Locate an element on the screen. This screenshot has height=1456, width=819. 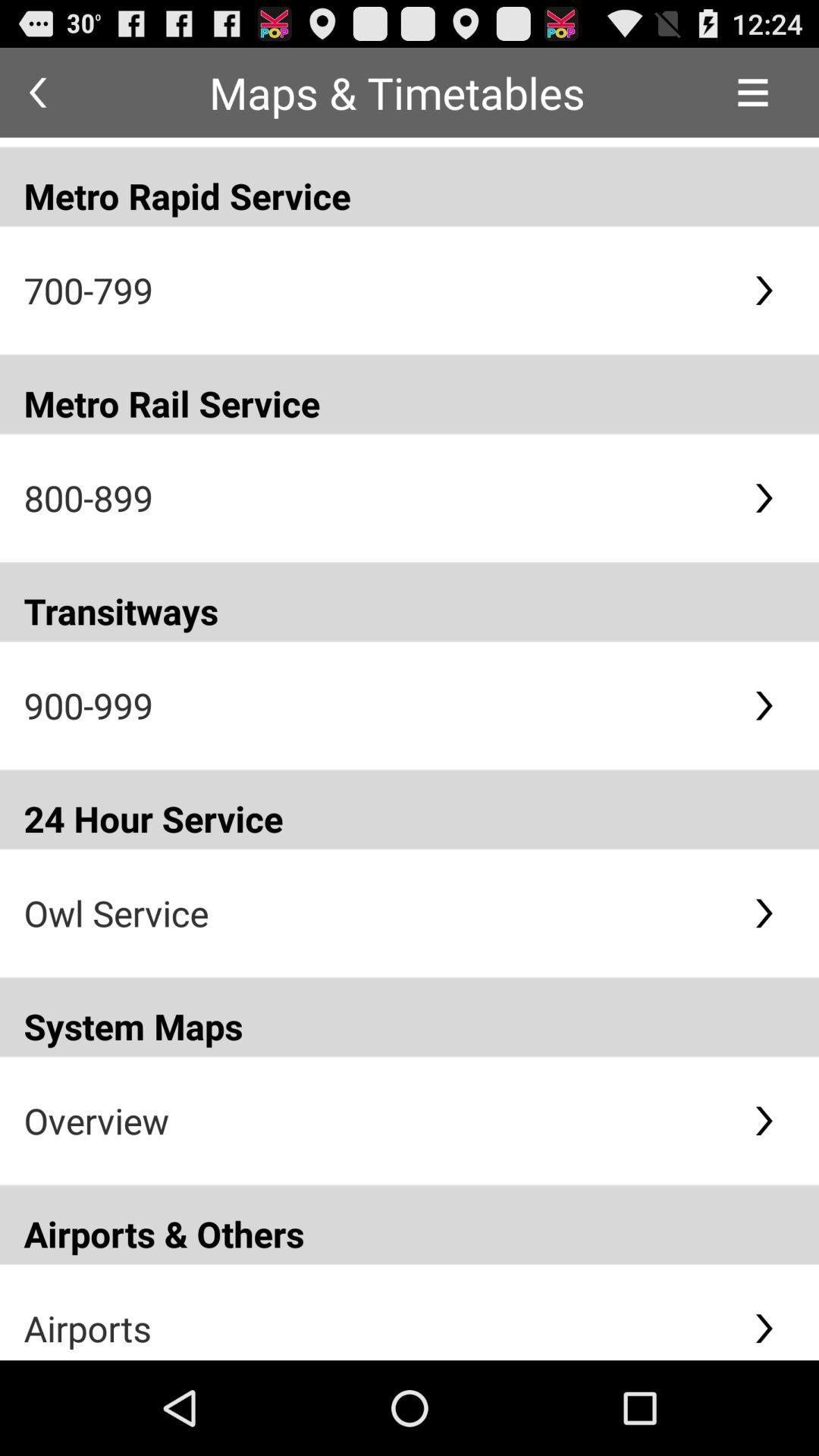
the airports & others app is located at coordinates (409, 1225).